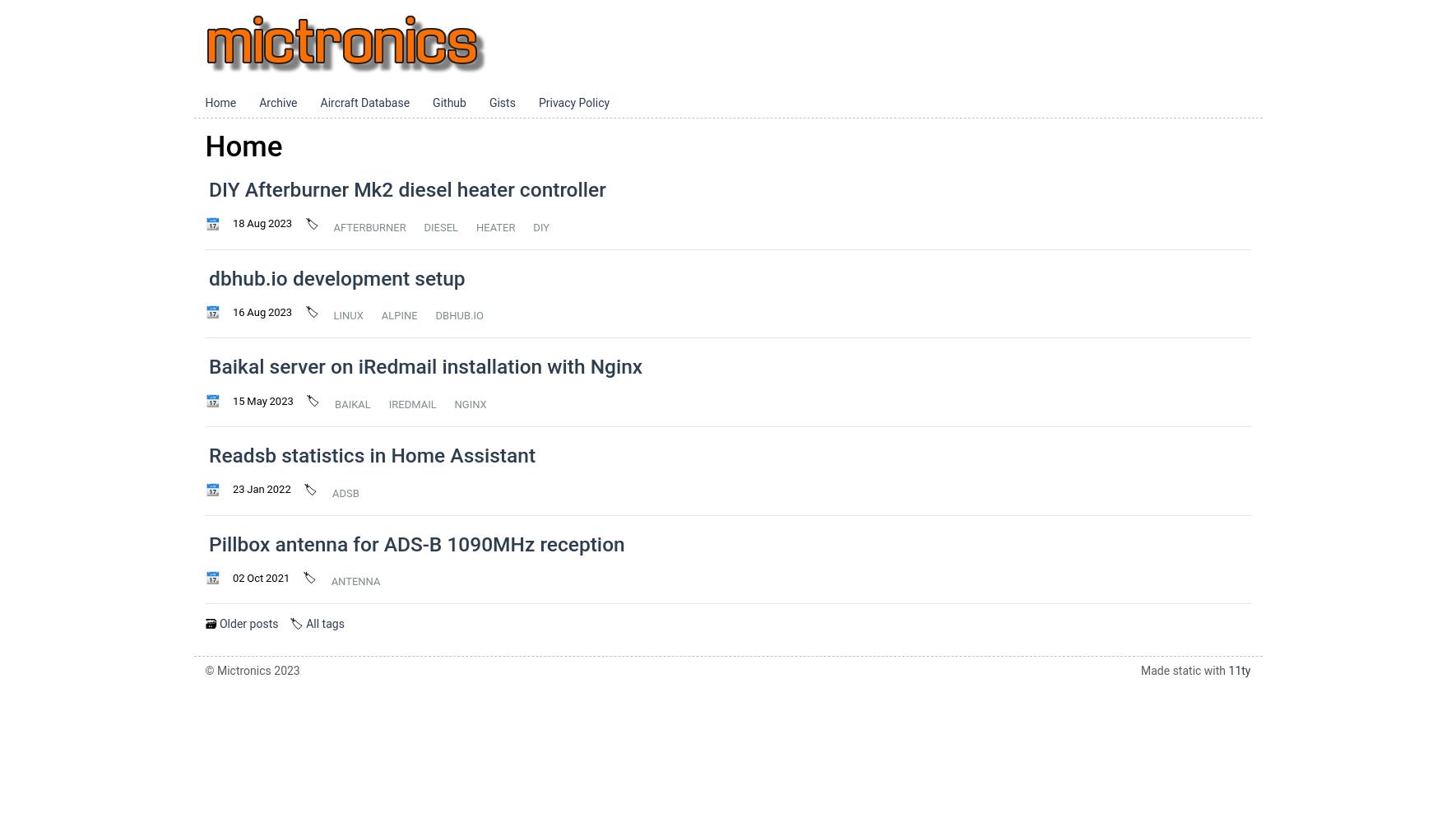 Image resolution: width=1456 pixels, height=823 pixels. Describe the element at coordinates (372, 455) in the screenshot. I see `'Readsb statistics in Home Assistant'` at that location.